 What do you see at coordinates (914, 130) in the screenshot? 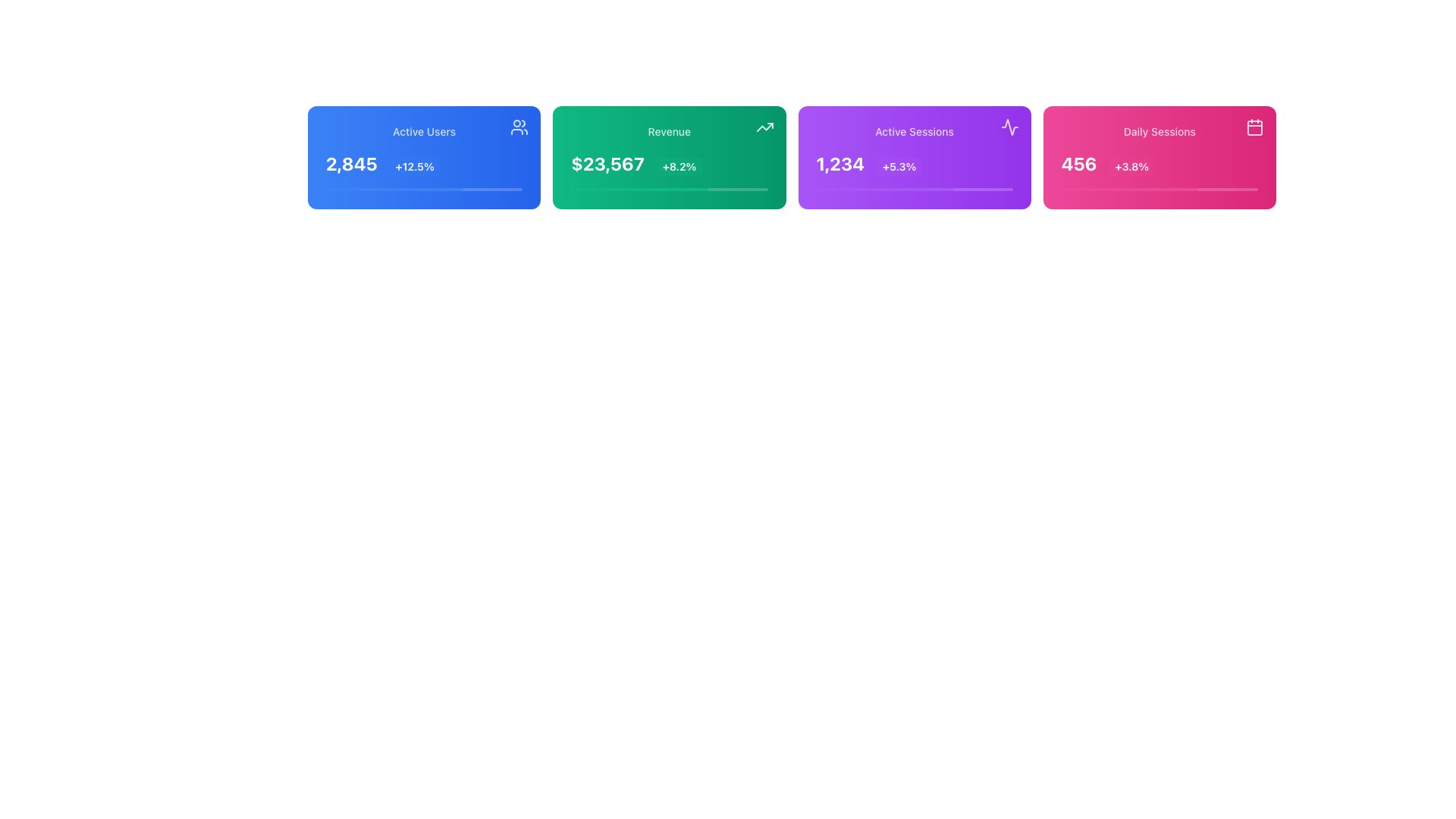
I see `the 'Active Sessions' text label located at the top of the purple card to understand the card context` at bounding box center [914, 130].